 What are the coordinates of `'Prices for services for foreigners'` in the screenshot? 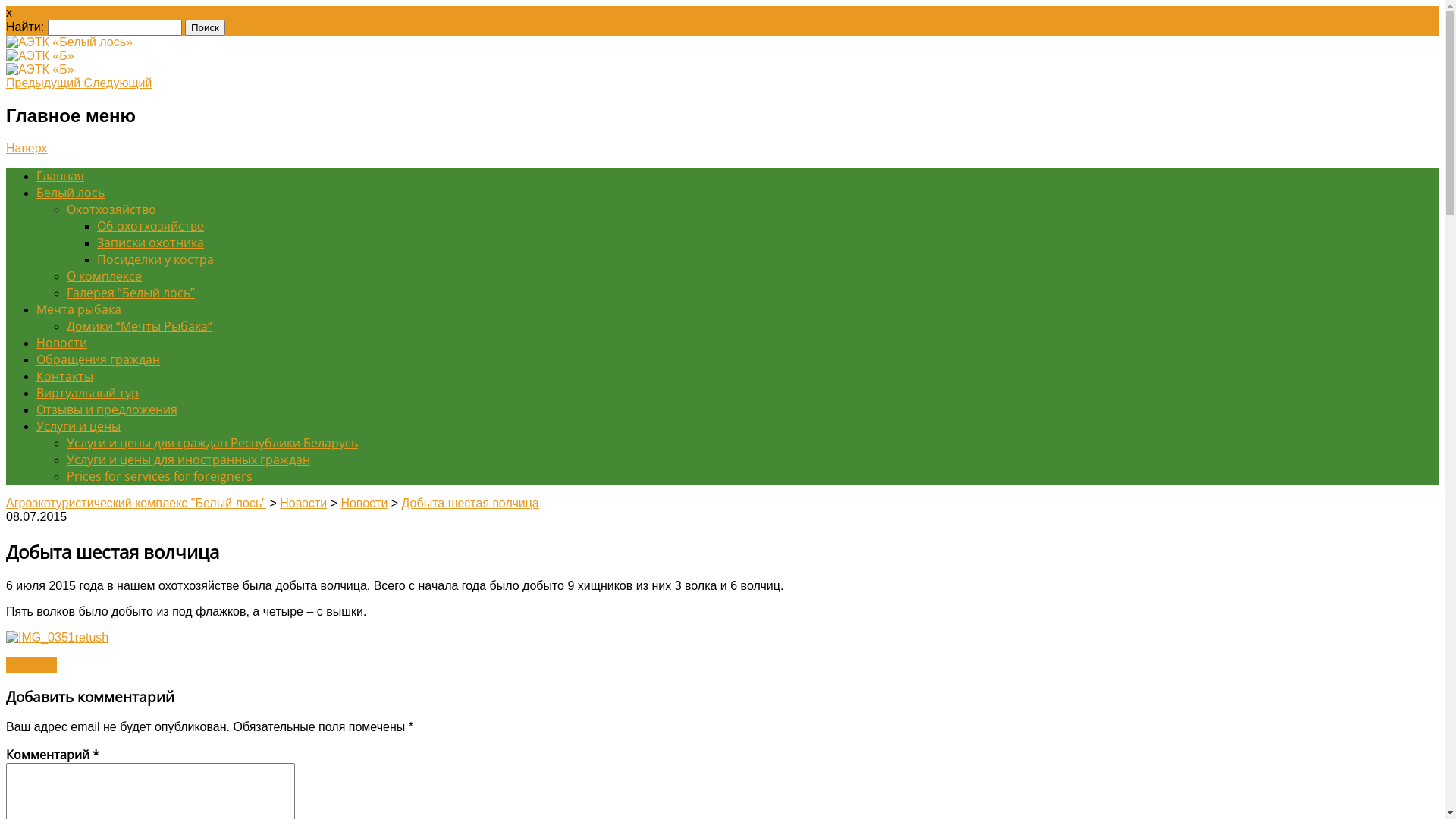 It's located at (159, 475).